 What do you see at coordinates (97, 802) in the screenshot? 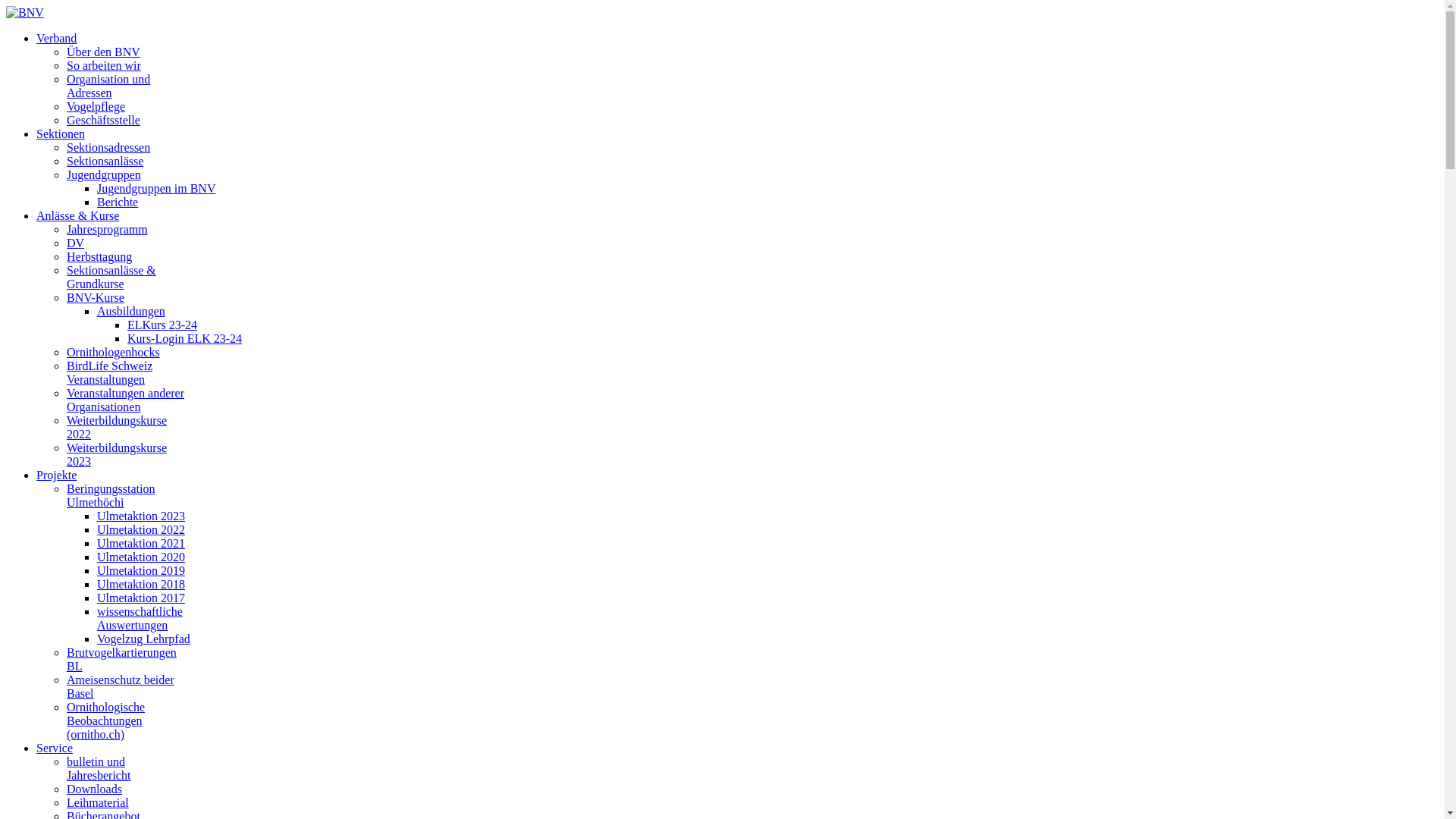
I see `'Leihmaterial'` at bounding box center [97, 802].